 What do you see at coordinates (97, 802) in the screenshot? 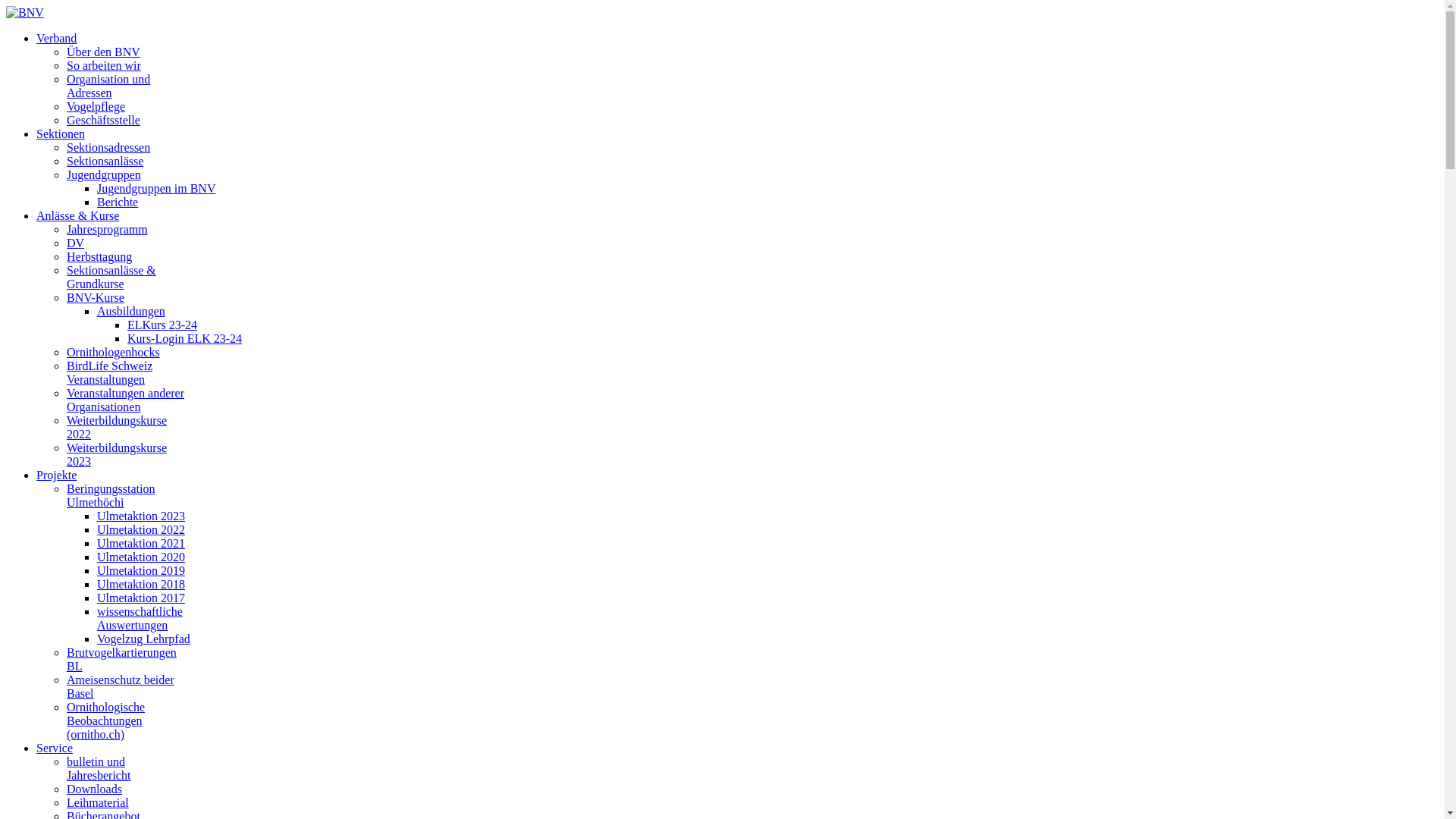
I see `'Leihmaterial'` at bounding box center [97, 802].